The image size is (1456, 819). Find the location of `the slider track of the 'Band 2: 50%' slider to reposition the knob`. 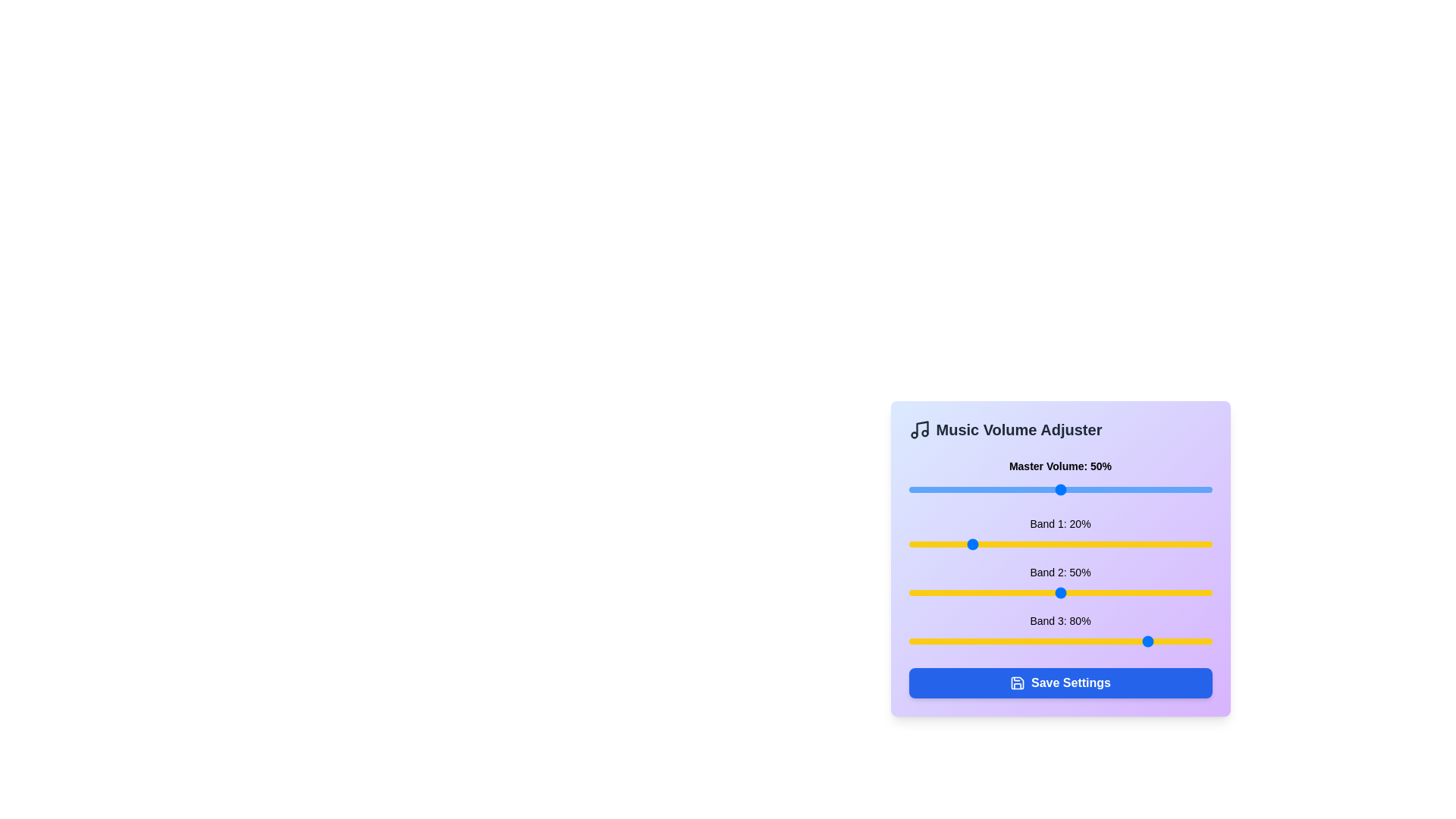

the slider track of the 'Band 2: 50%' slider to reposition the knob is located at coordinates (1059, 582).